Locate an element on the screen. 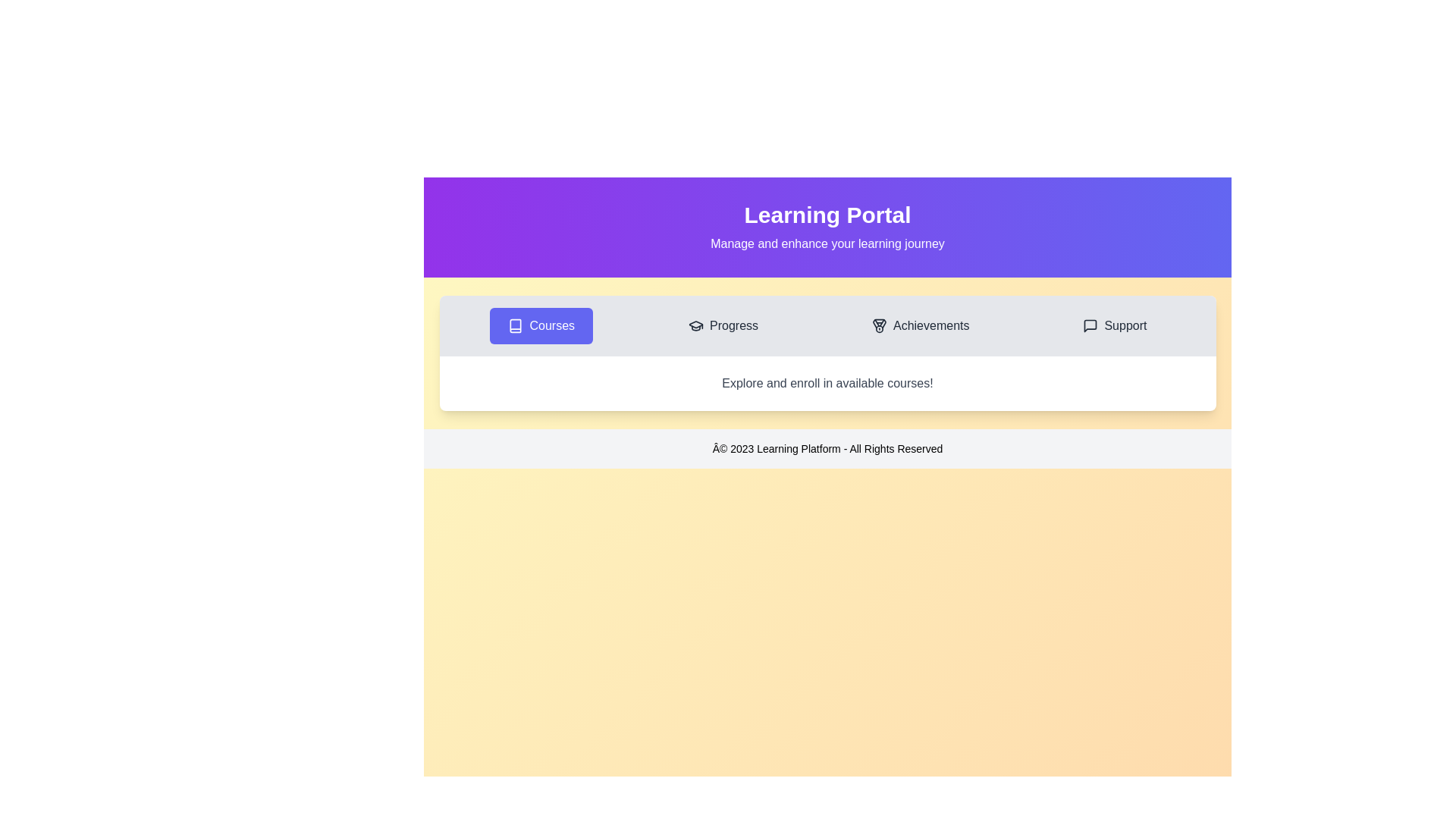 This screenshot has height=819, width=1456. the static text label displaying '© 2023 Learning Platform - All Rights Reserved' located at the bottom of the webpage, centered within the footer section is located at coordinates (827, 447).